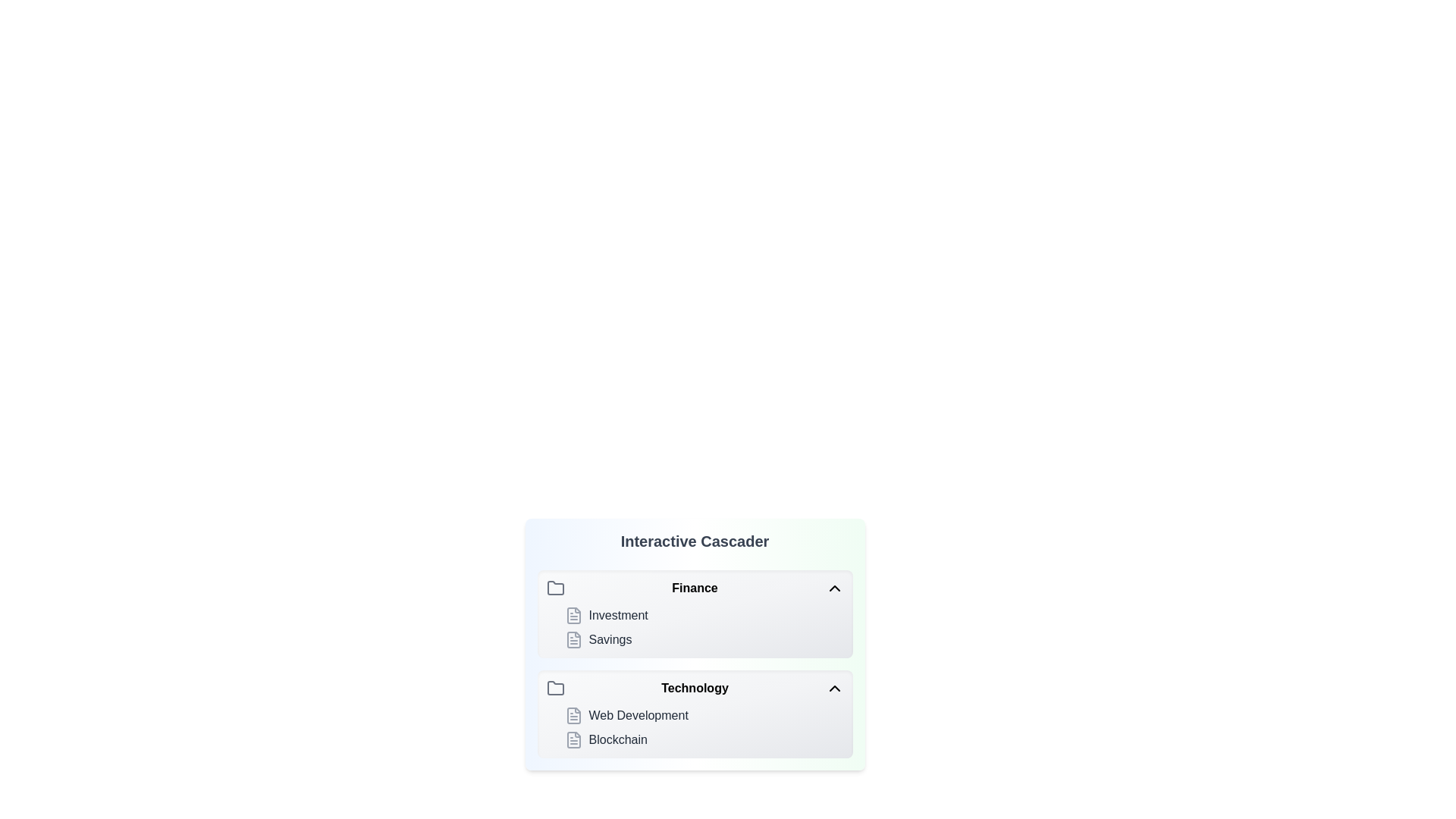 This screenshot has width=1456, height=819. I want to click on 'Technology' text label, which is styled in bold font and located centrally in the second collapsible section of the cascading menu, positioned between a folder icon and a dropdown arrow, so click(694, 688).